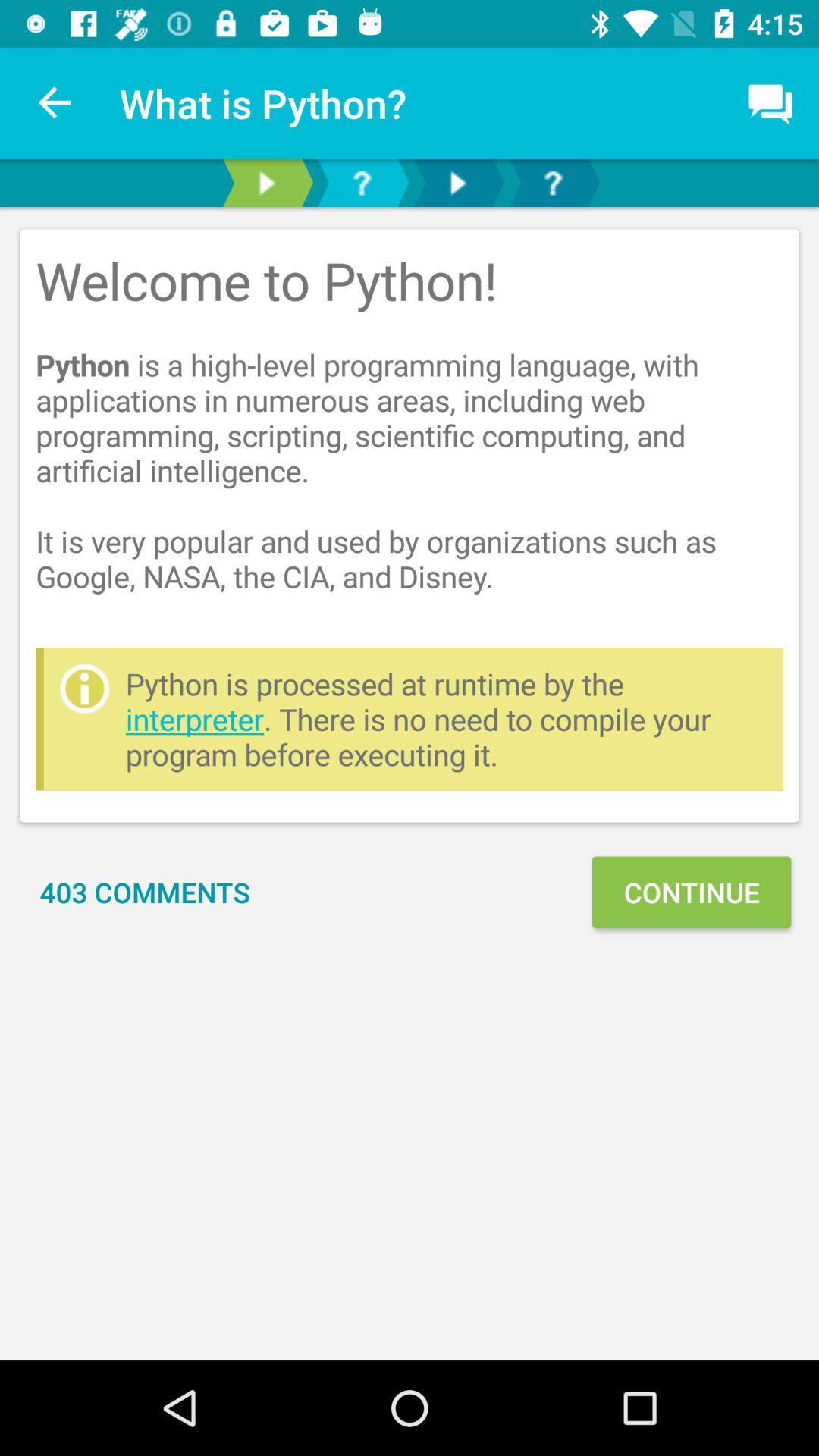  Describe the element at coordinates (553, 182) in the screenshot. I see `help` at that location.